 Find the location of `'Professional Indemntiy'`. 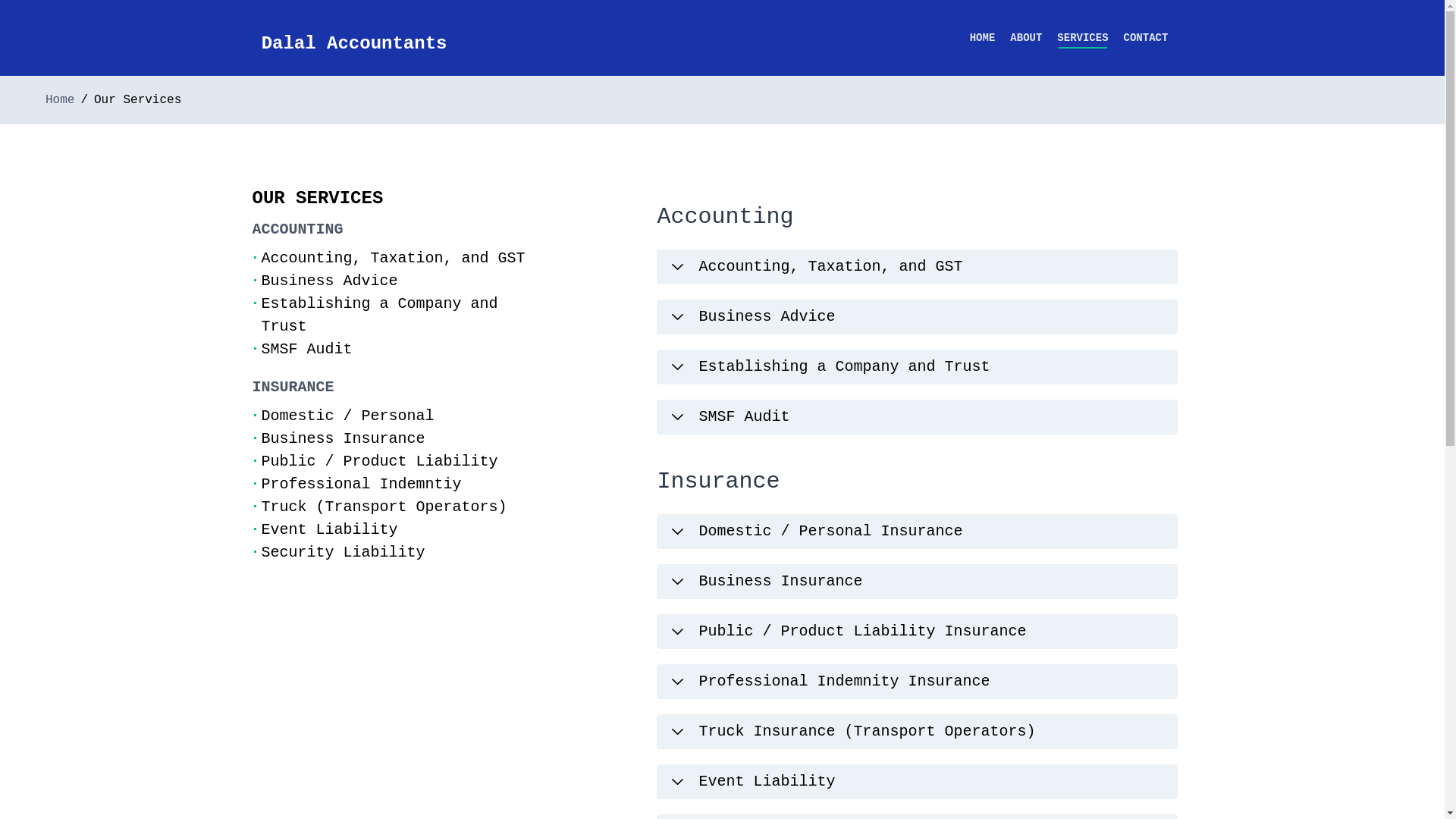

'Professional Indemntiy' is located at coordinates (359, 484).